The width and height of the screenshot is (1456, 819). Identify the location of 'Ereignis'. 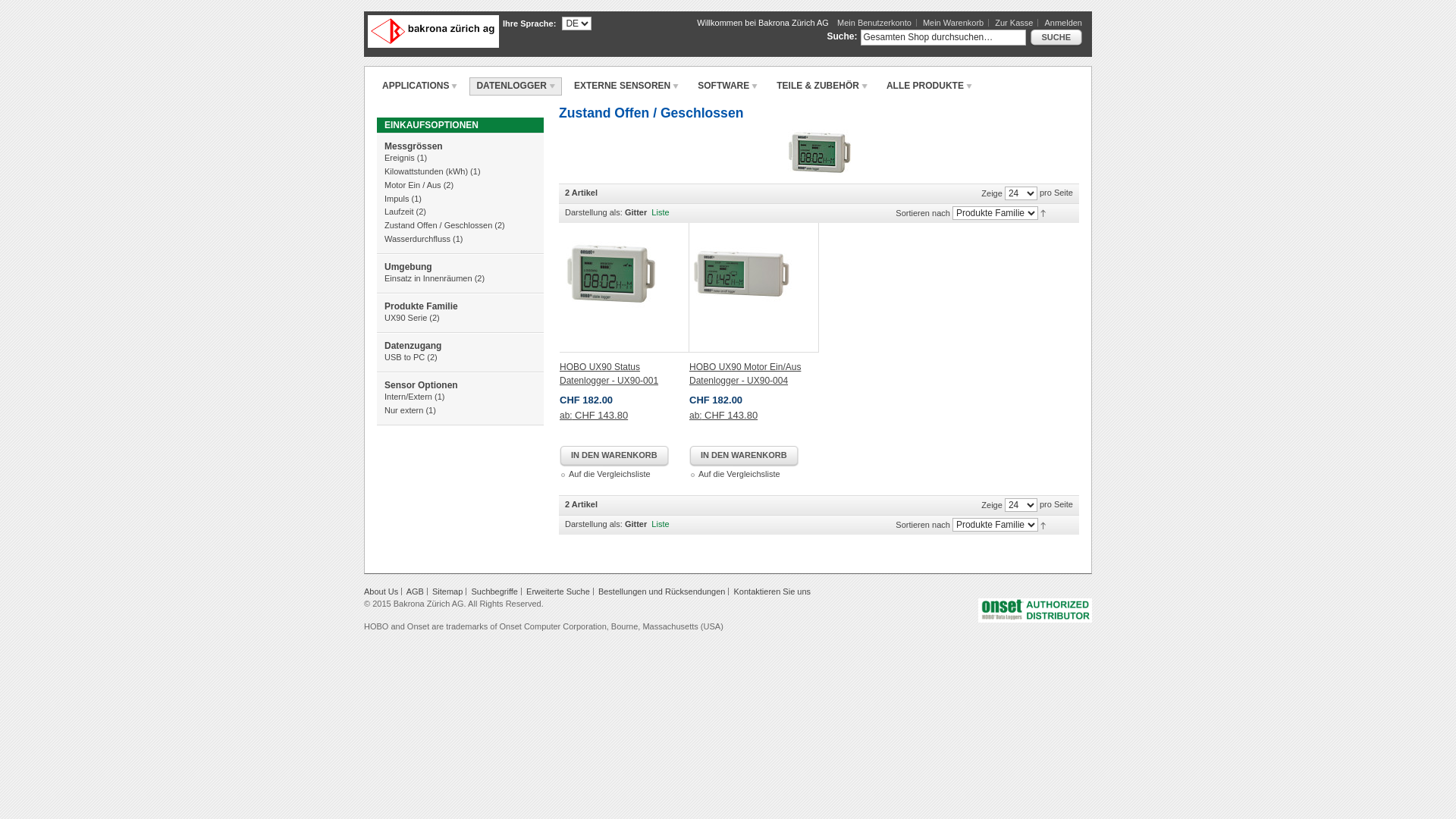
(400, 158).